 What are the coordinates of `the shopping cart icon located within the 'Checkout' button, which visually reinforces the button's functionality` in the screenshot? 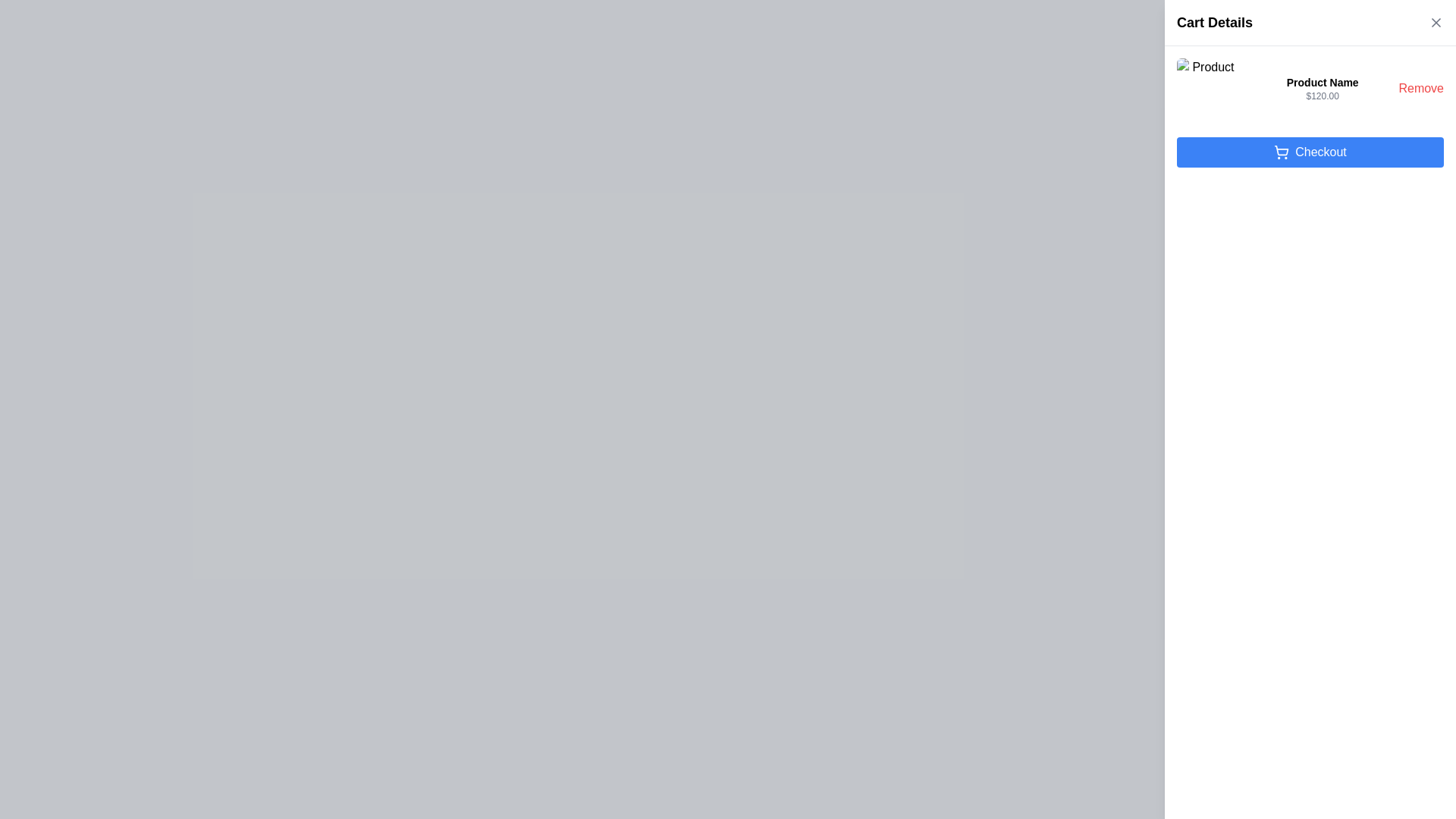 It's located at (1281, 150).